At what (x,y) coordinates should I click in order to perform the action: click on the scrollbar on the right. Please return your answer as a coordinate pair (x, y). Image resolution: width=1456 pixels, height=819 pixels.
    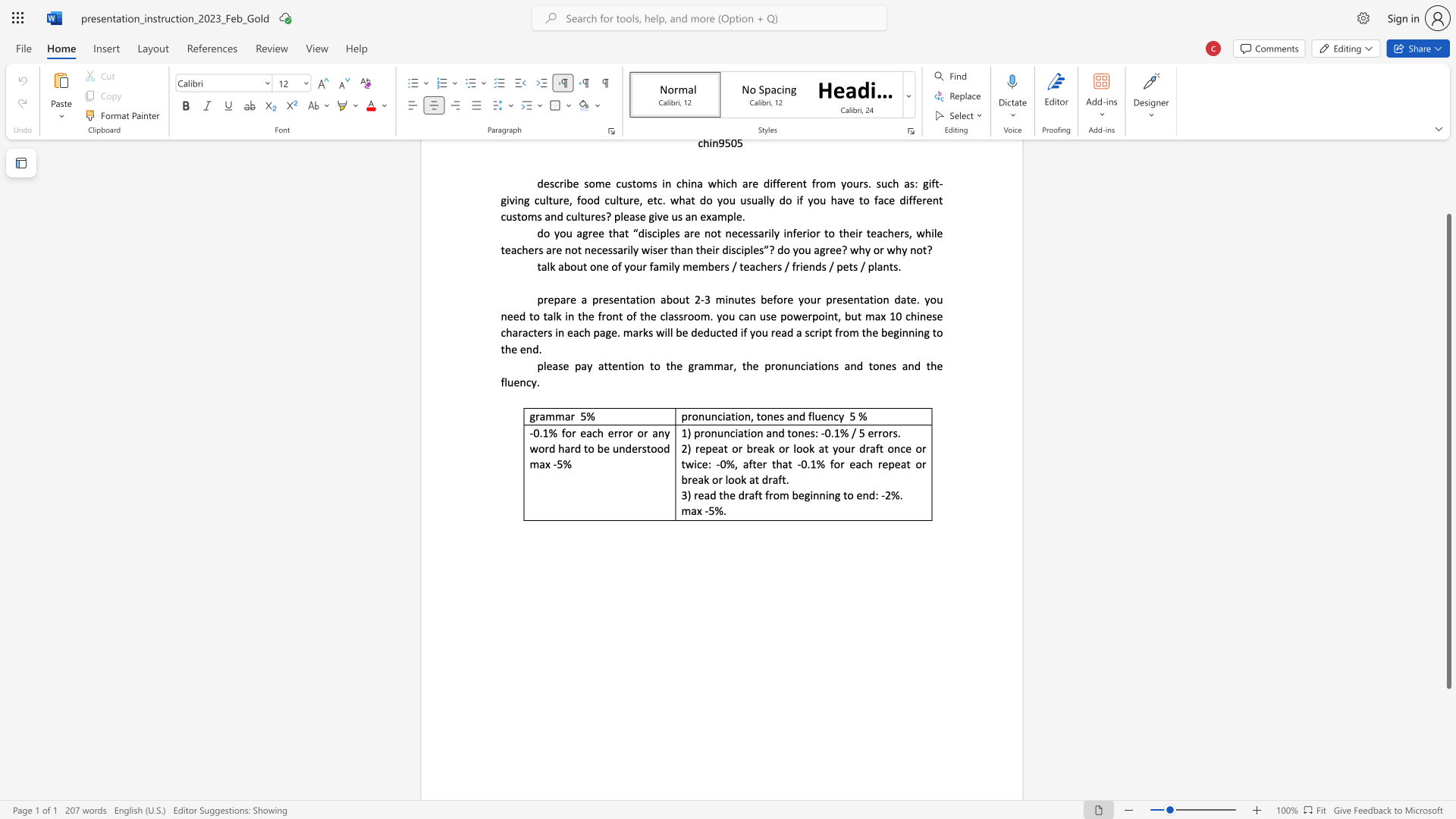
    Looking at the image, I should click on (1448, 174).